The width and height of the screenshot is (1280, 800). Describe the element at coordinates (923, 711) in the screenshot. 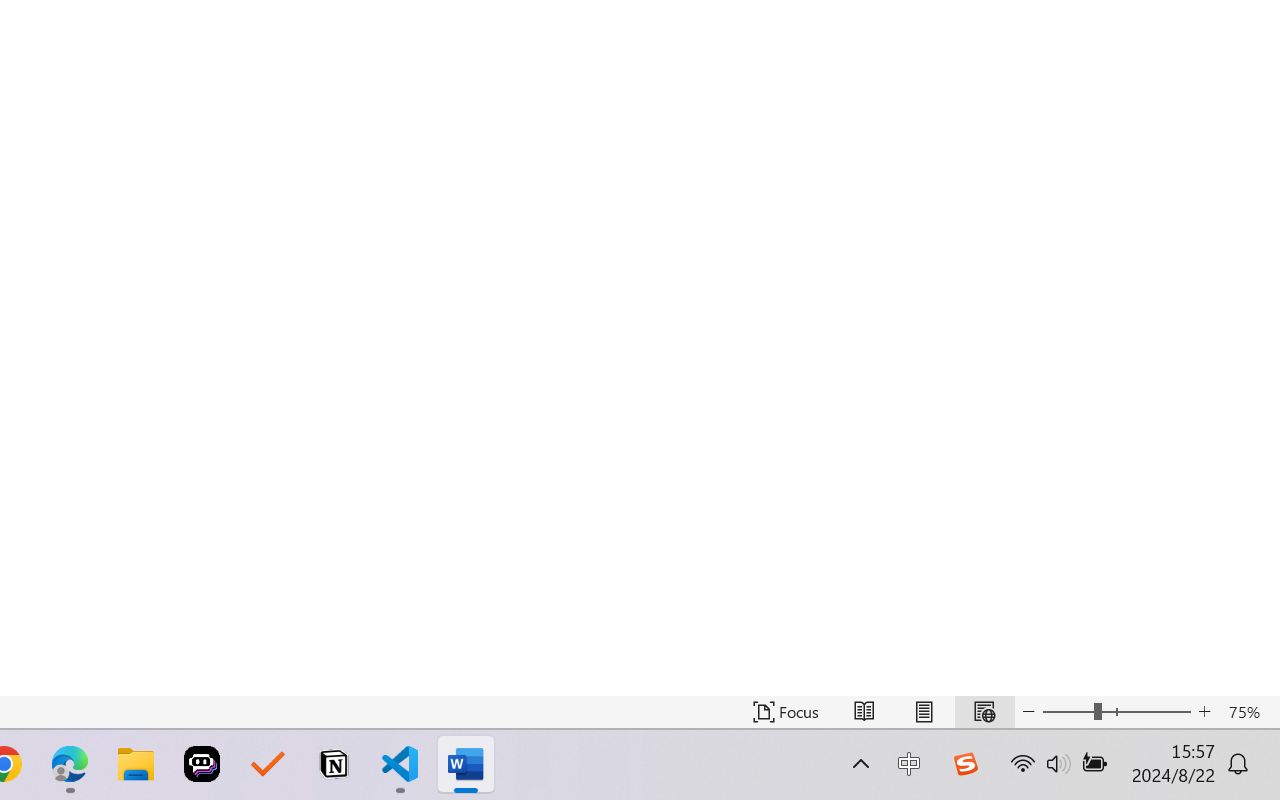

I see `'Print Layout'` at that location.